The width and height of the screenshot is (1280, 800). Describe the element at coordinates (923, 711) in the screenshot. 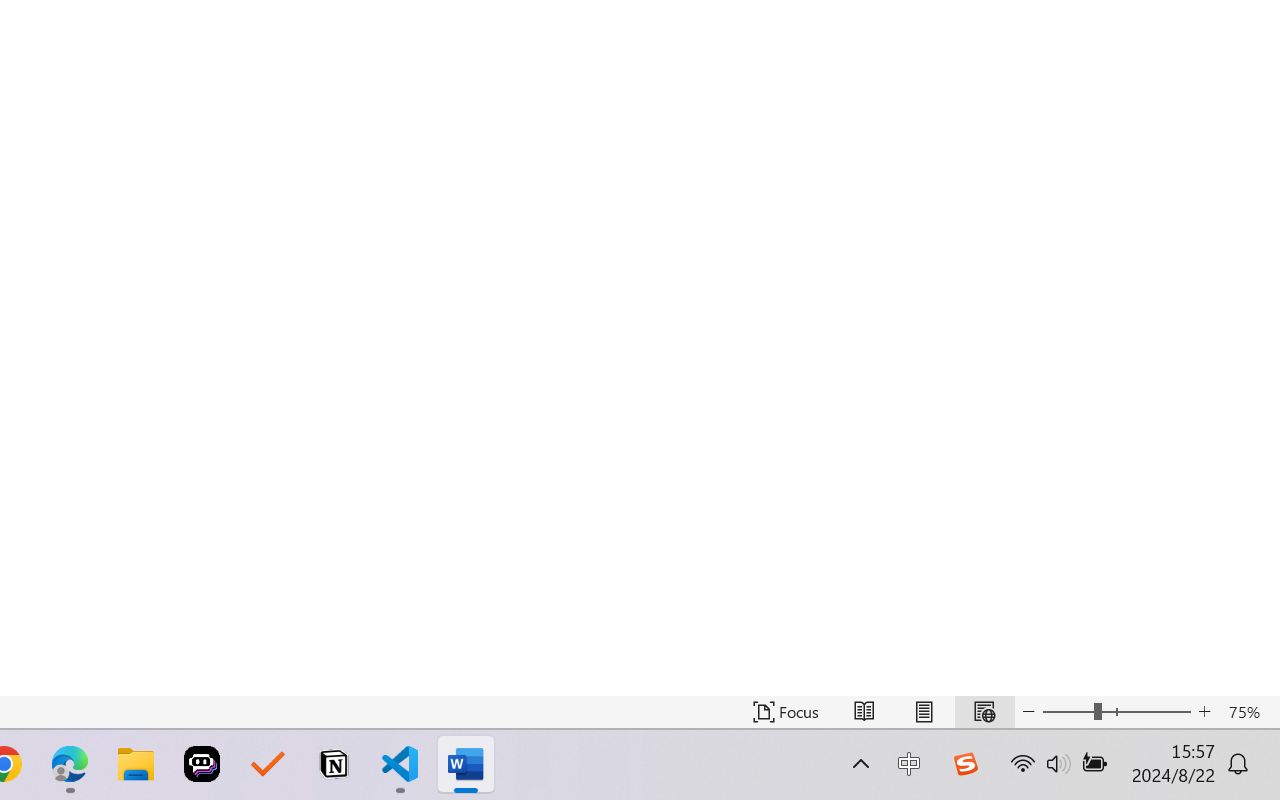

I see `'Print Layout'` at that location.